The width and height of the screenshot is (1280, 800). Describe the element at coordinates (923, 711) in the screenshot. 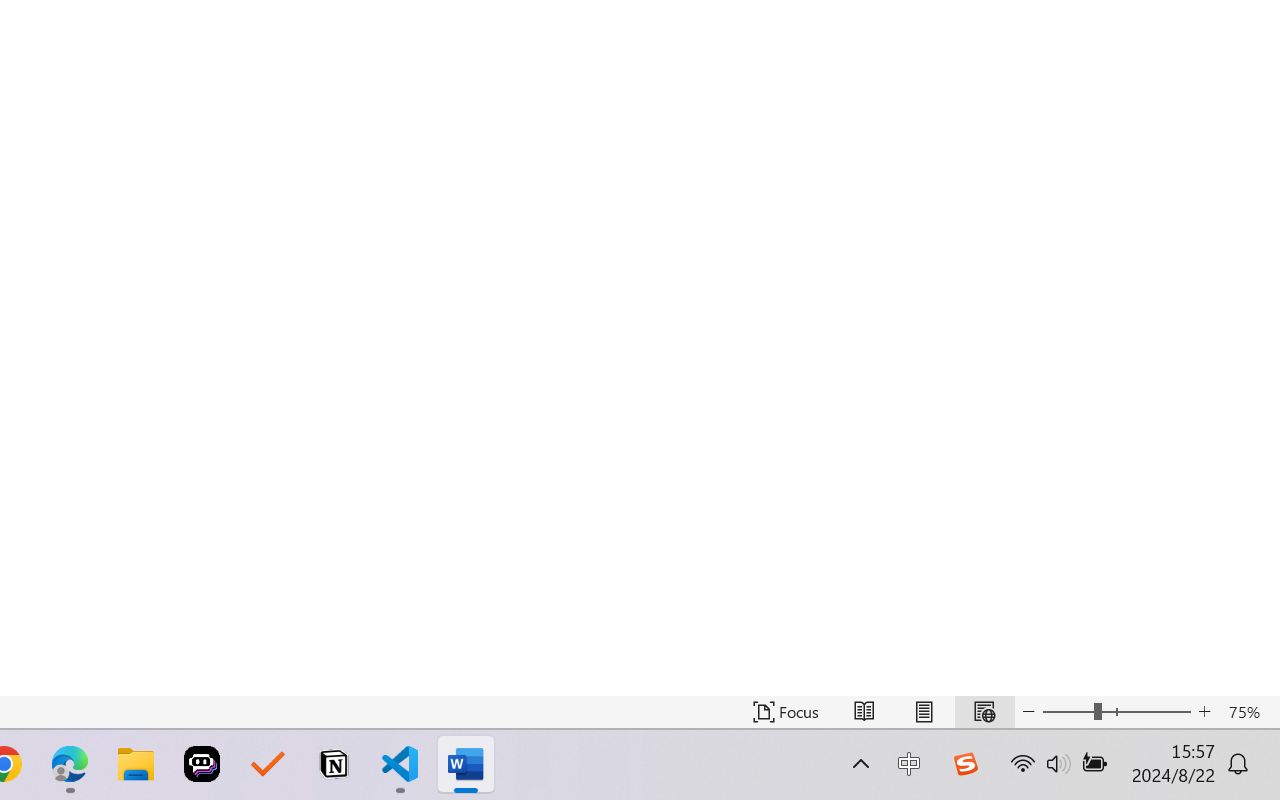

I see `'Print Layout'` at that location.